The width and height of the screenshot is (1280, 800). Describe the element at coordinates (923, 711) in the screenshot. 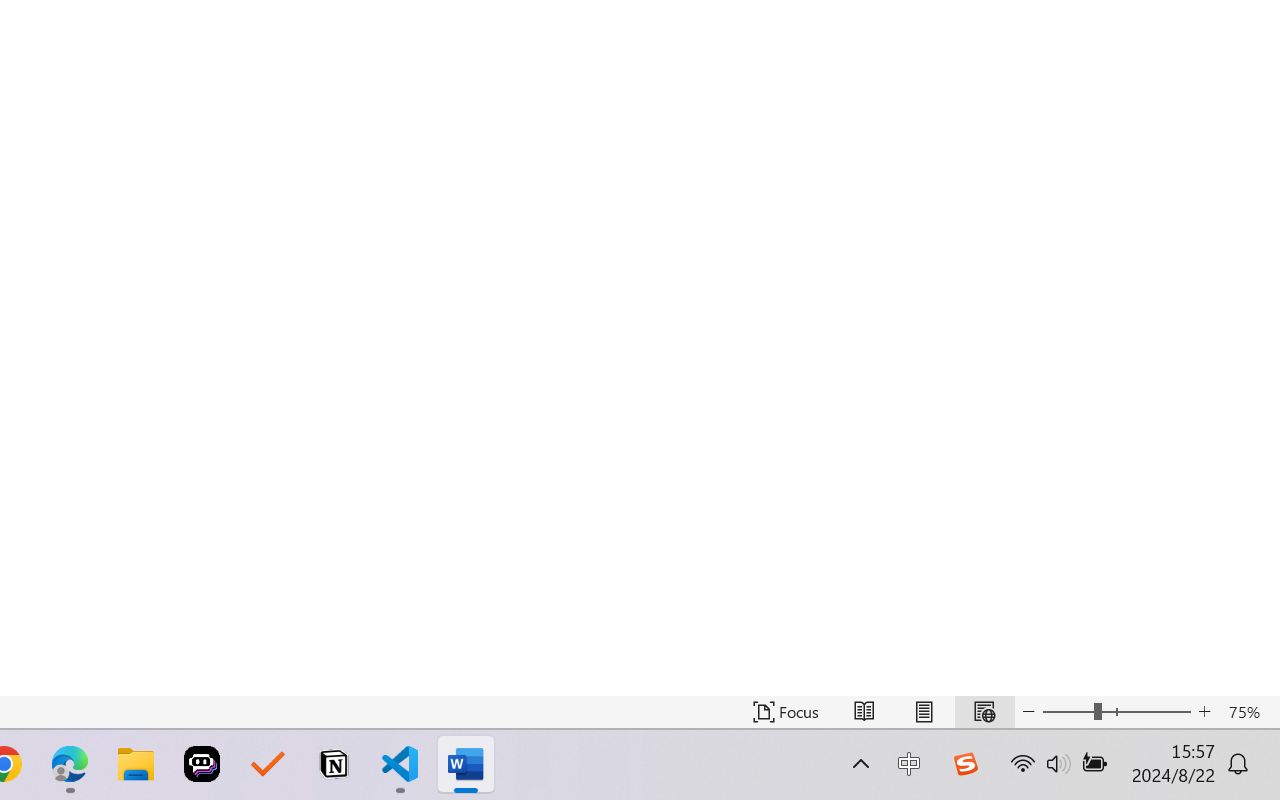

I see `'Print Layout'` at that location.